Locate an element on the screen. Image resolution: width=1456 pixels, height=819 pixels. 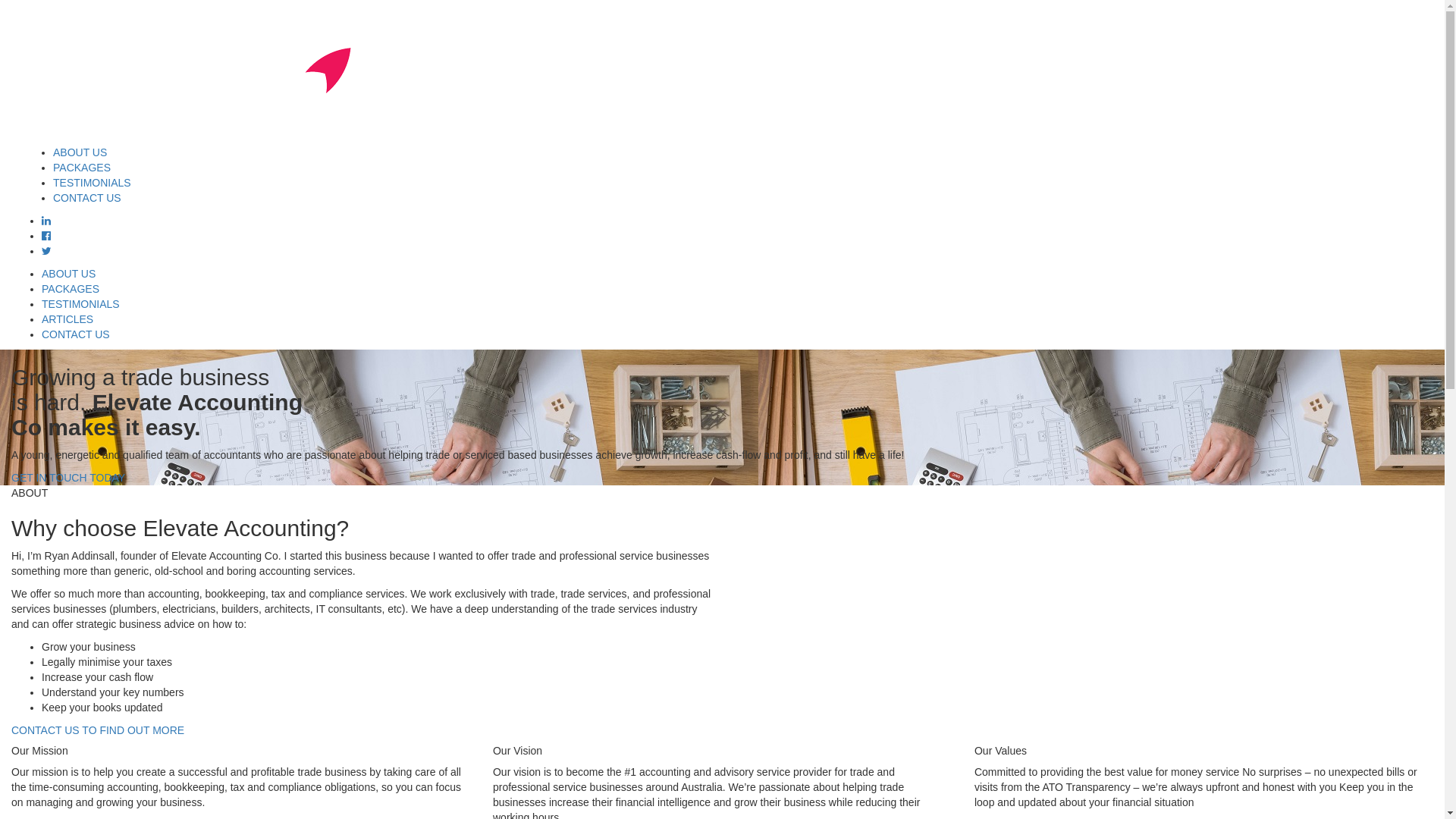
'ARTICLES' is located at coordinates (67, 318).